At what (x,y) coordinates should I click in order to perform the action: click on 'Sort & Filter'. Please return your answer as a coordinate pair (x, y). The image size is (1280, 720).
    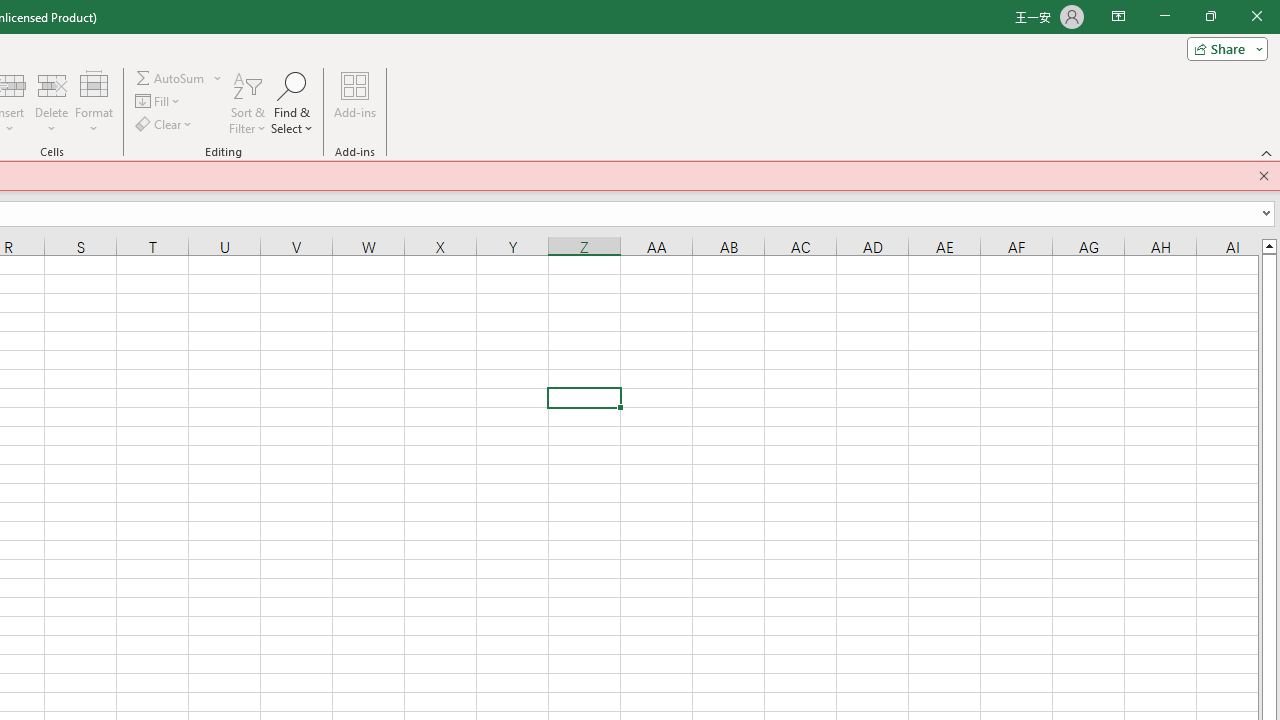
    Looking at the image, I should click on (246, 103).